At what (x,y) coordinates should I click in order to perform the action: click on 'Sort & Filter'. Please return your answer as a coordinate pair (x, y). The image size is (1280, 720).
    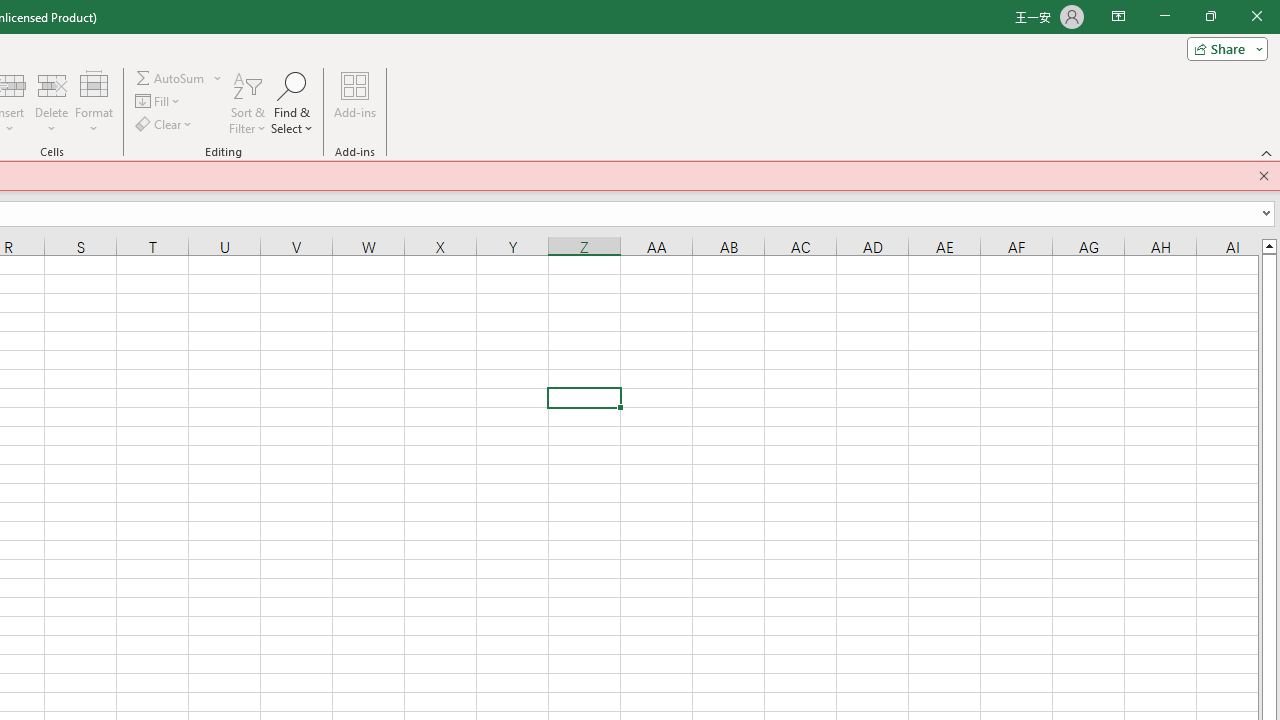
    Looking at the image, I should click on (246, 103).